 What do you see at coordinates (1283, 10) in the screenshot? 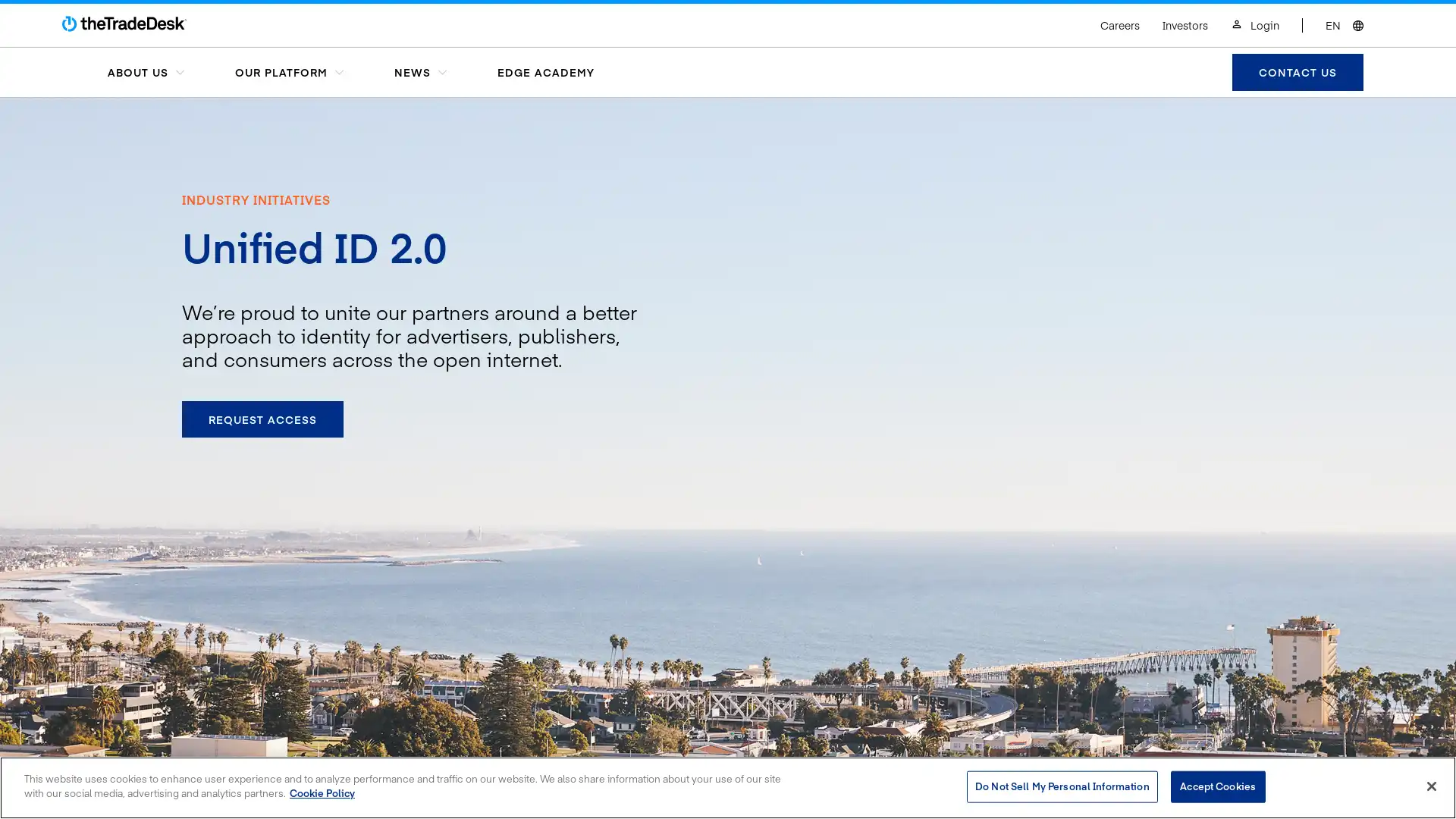
I see `Espanol` at bounding box center [1283, 10].